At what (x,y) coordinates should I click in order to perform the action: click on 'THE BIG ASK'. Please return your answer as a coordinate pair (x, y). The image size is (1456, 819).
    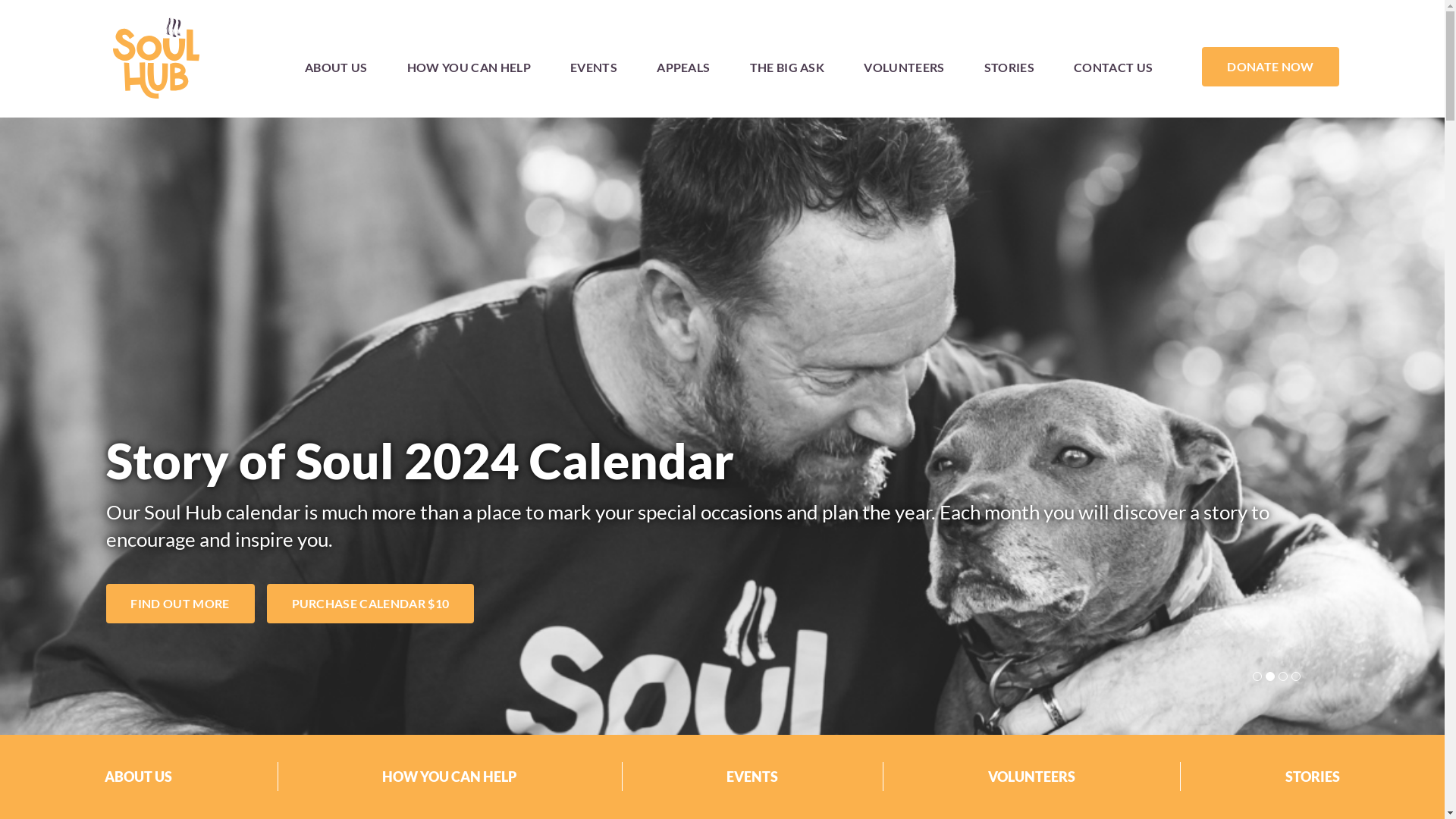
    Looking at the image, I should click on (787, 65).